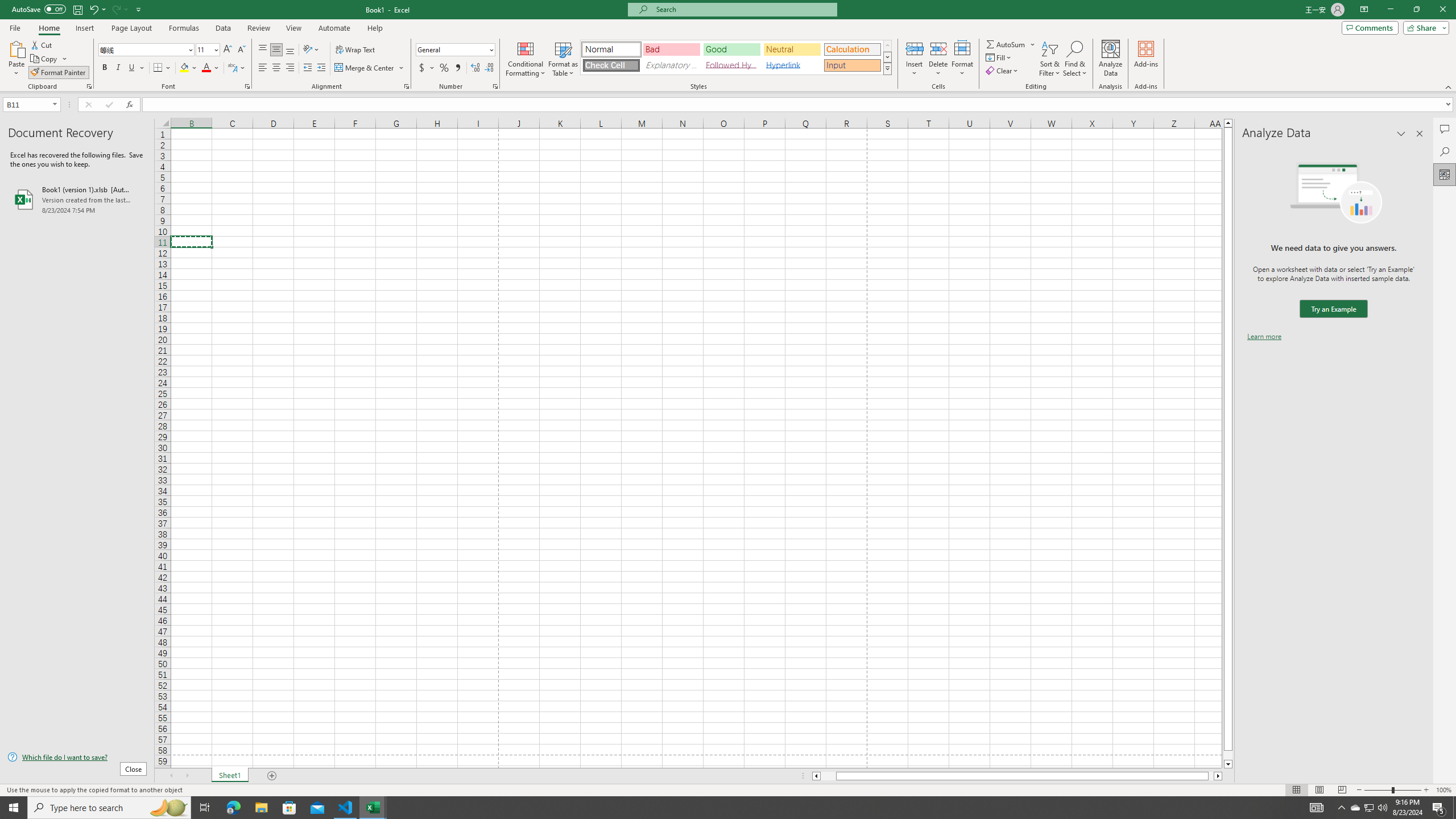 The width and height of the screenshot is (1456, 819). Describe the element at coordinates (241, 49) in the screenshot. I see `'Decrease Font Size'` at that location.